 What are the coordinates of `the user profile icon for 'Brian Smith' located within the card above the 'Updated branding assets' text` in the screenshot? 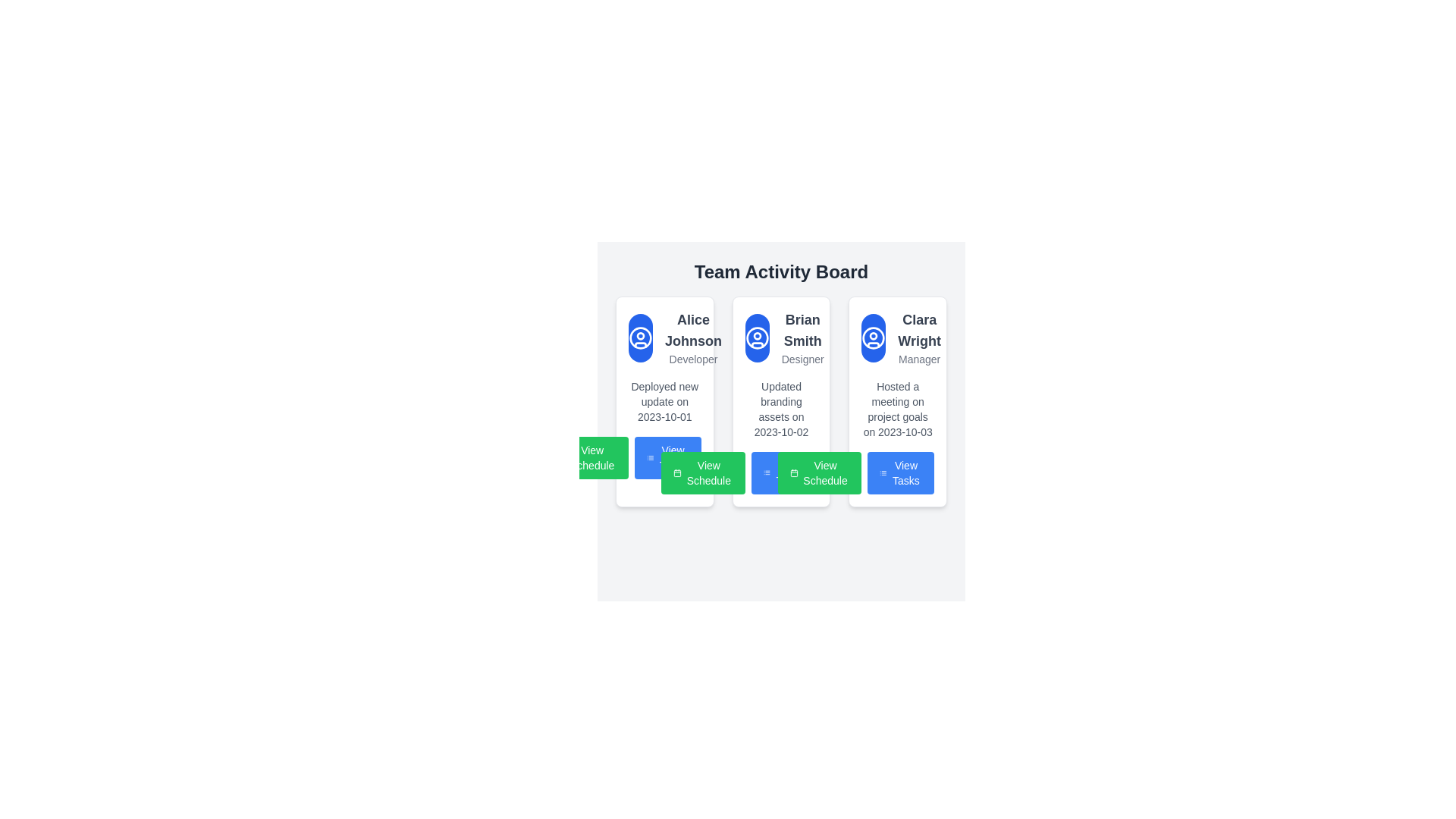 It's located at (757, 337).